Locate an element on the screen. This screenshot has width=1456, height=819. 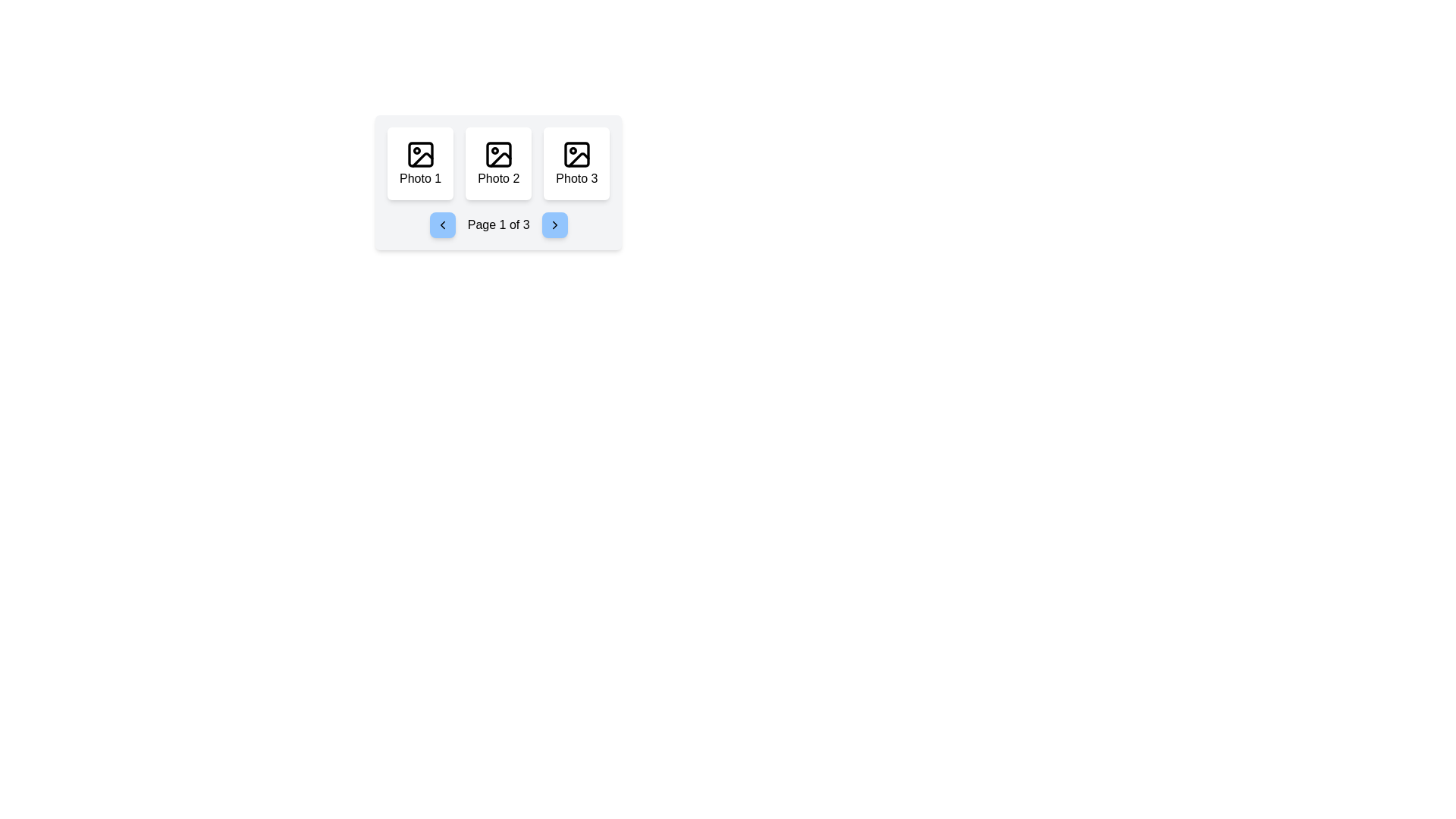
the 'Photo 2' card is located at coordinates (498, 164).